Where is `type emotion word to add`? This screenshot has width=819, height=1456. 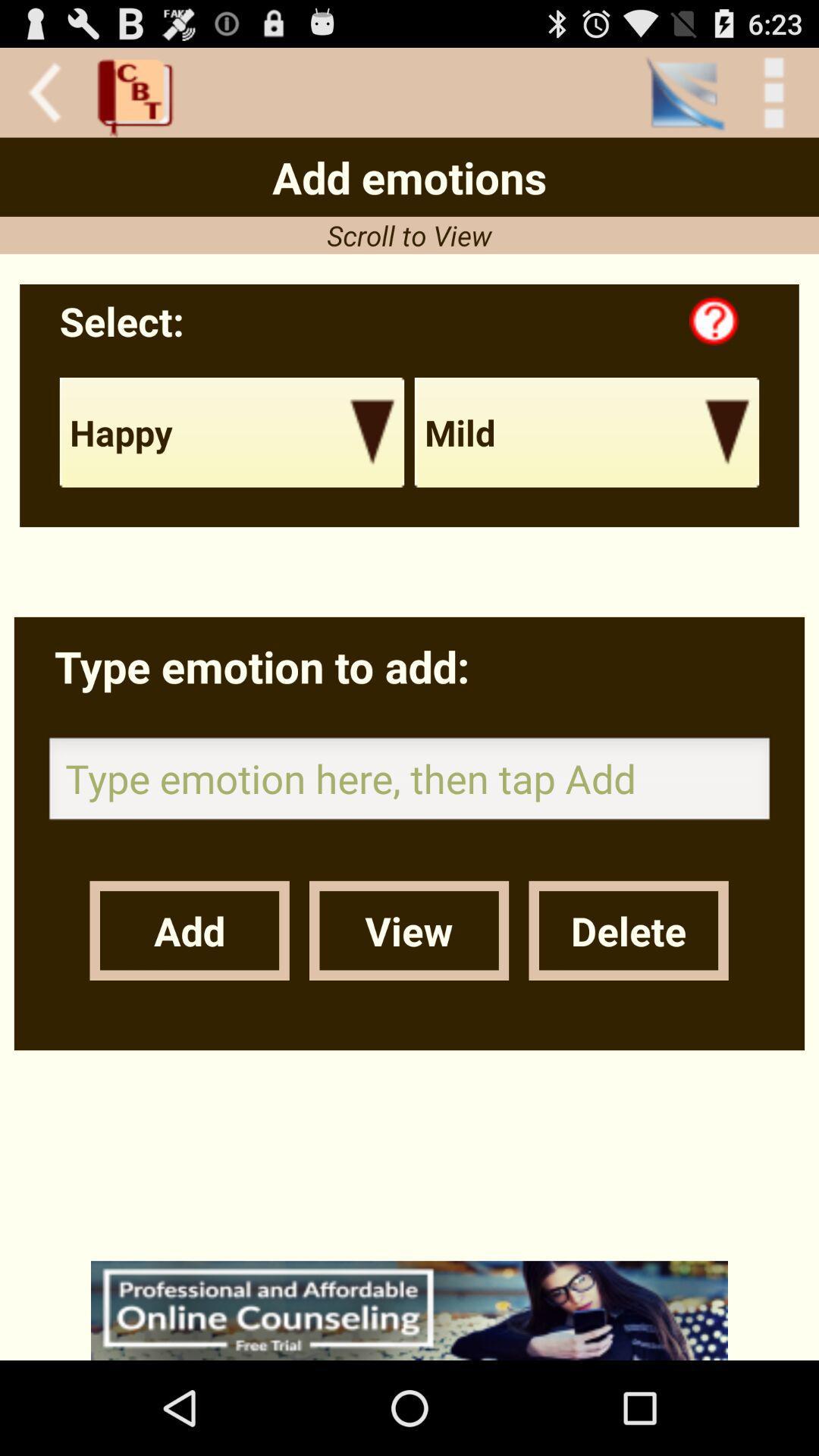
type emotion word to add is located at coordinates (409, 783).